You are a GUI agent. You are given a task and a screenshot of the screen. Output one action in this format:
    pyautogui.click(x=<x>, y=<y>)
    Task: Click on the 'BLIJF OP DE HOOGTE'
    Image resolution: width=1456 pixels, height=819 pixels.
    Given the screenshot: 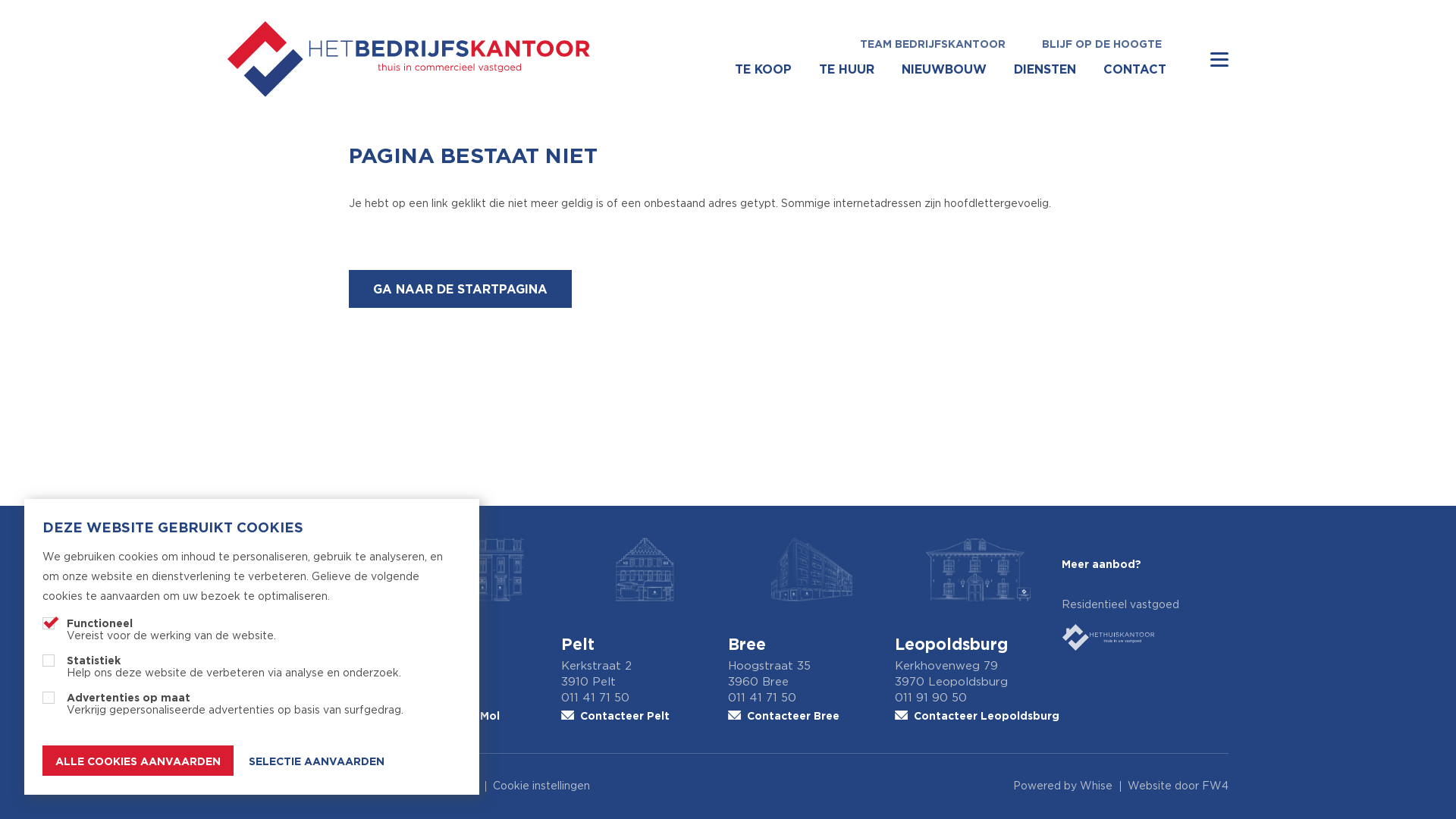 What is the action you would take?
    pyautogui.click(x=1102, y=42)
    